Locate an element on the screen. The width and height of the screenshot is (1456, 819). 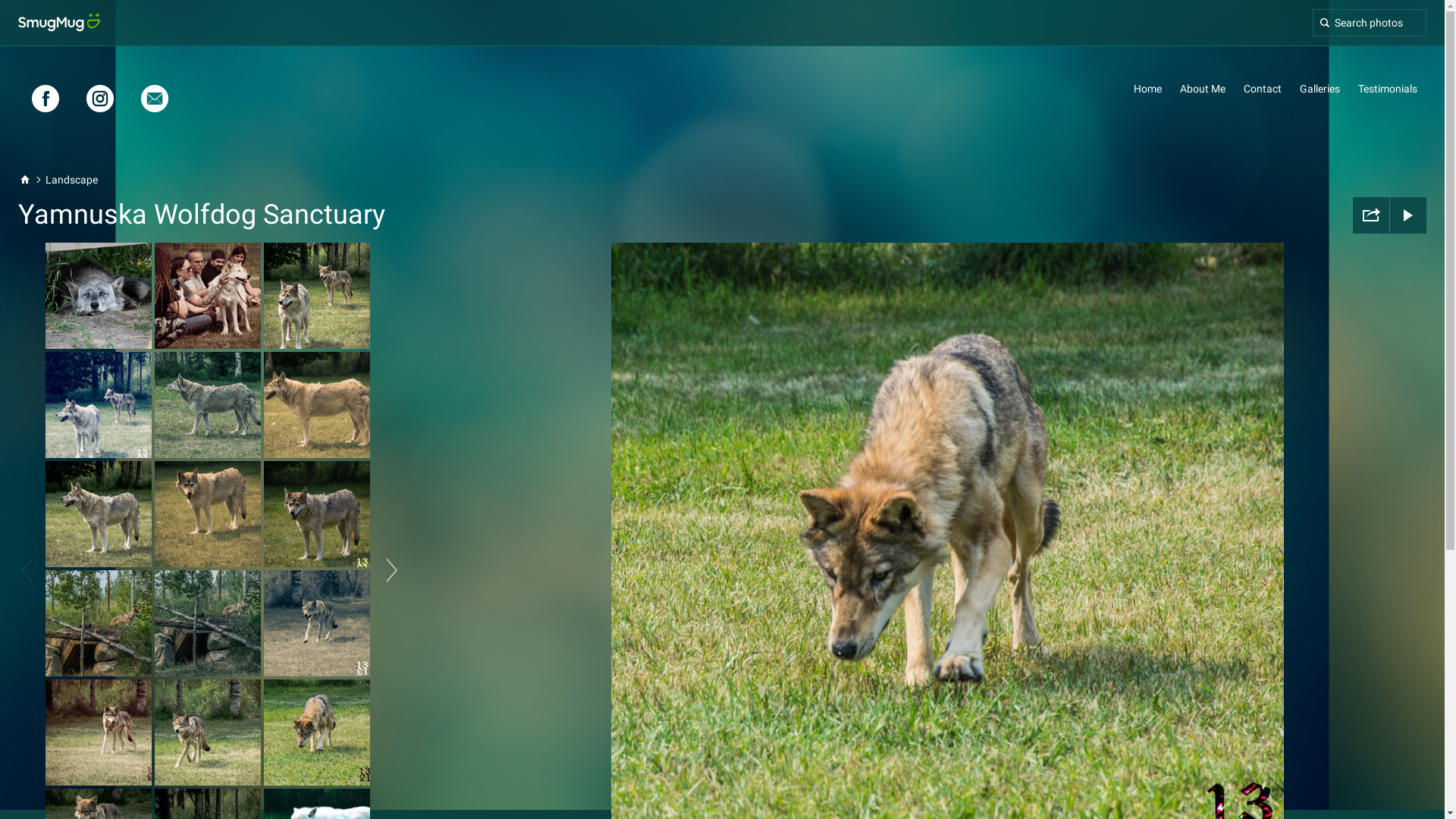
'Search "Yamnuska Wolfdog Sanctuary" for photos' is located at coordinates (1369, 23).